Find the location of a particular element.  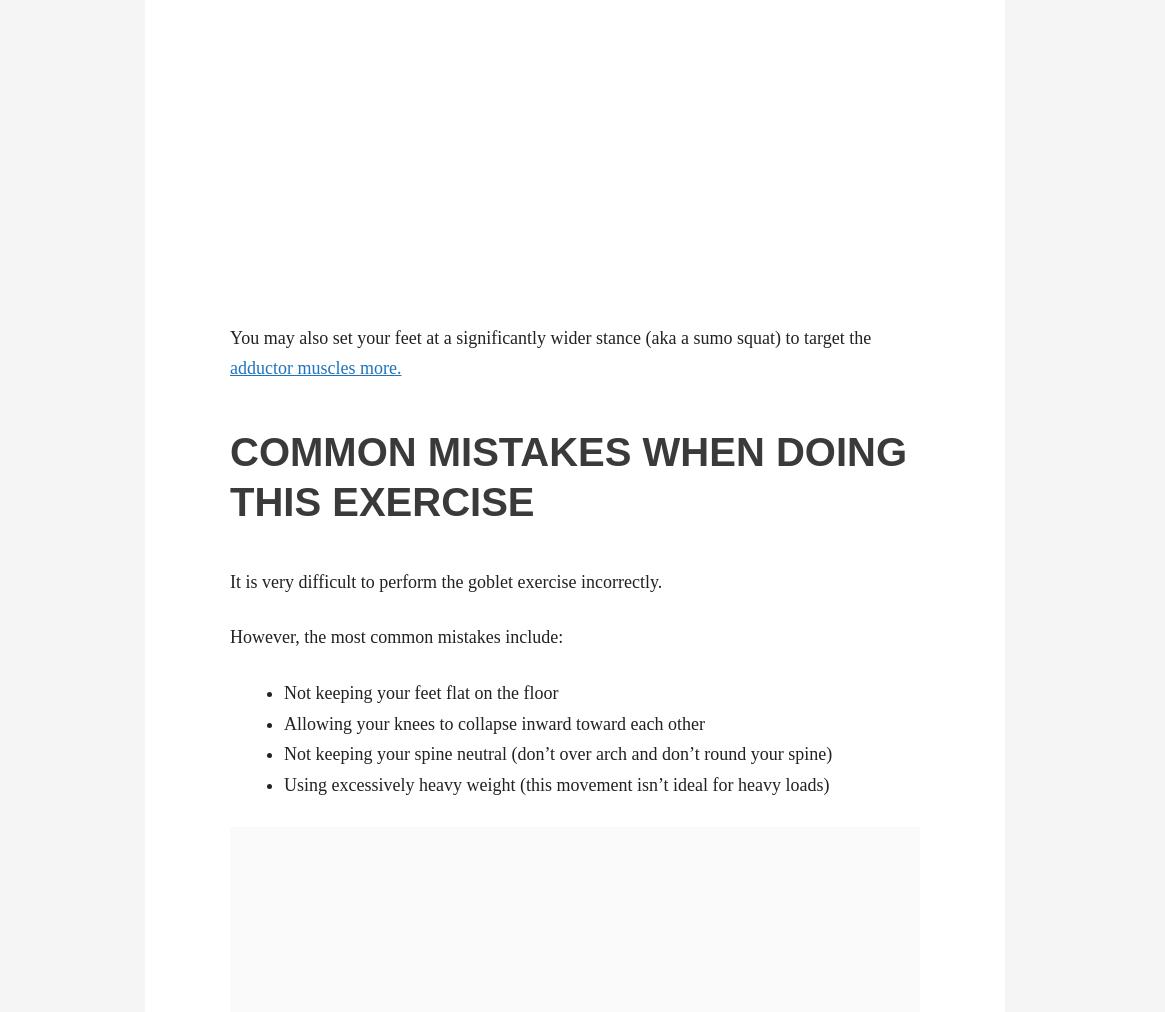

'WHEN DOING THIS EXERCISE' is located at coordinates (229, 476).